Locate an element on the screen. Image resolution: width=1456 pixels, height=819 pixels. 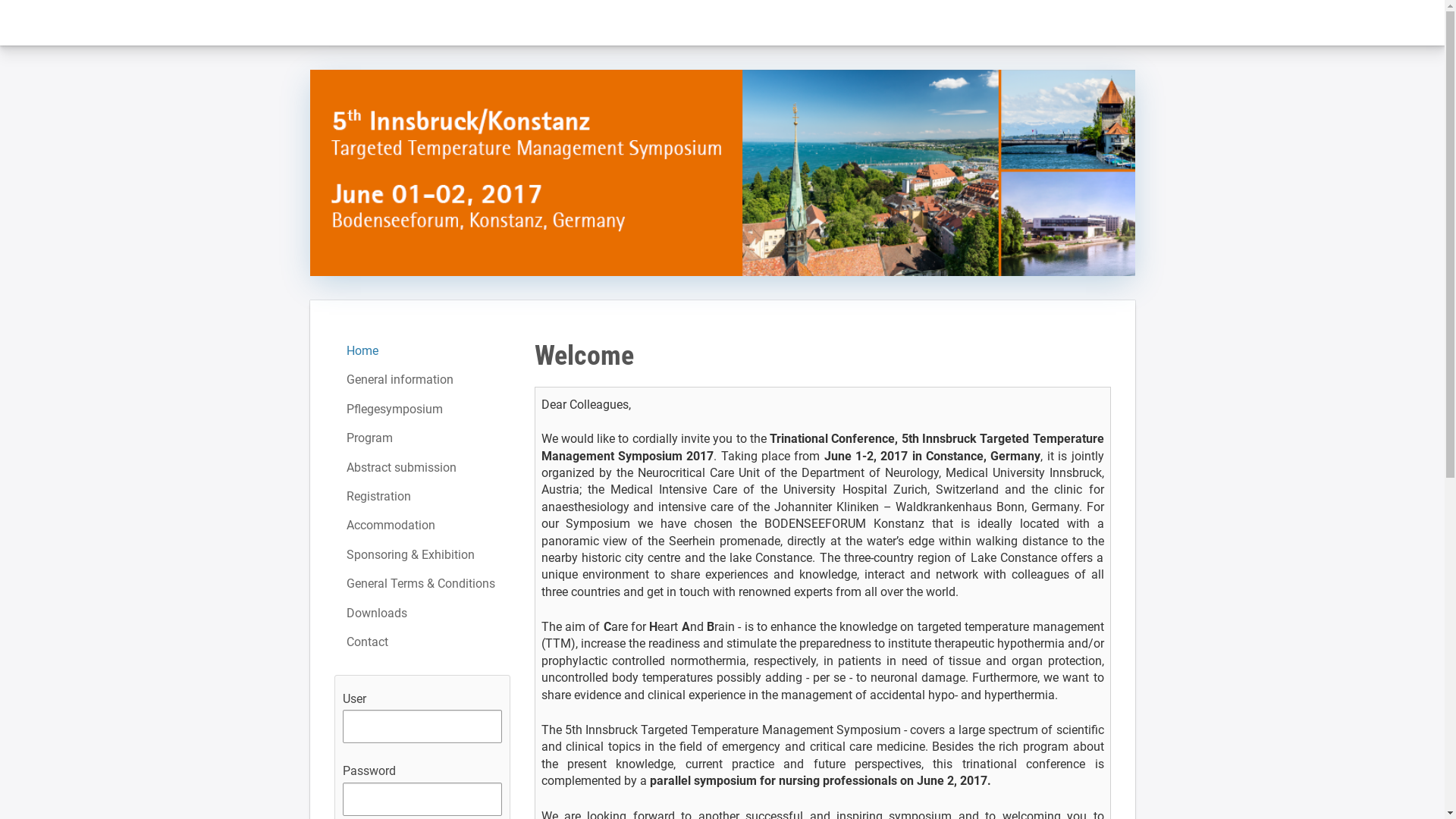
'General Terms & Conditions' is located at coordinates (333, 583).